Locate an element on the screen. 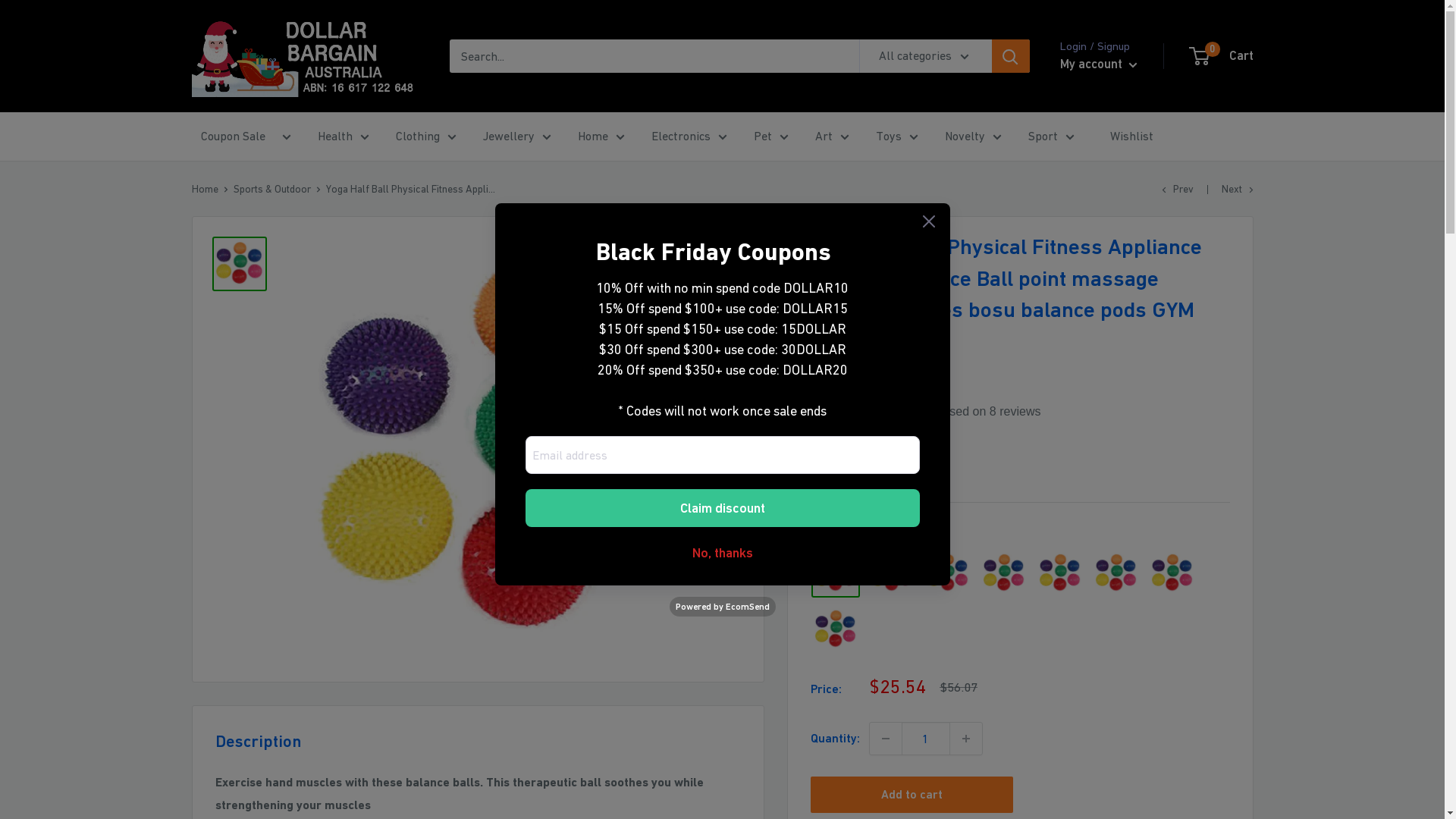  'Health' is located at coordinates (341, 136).